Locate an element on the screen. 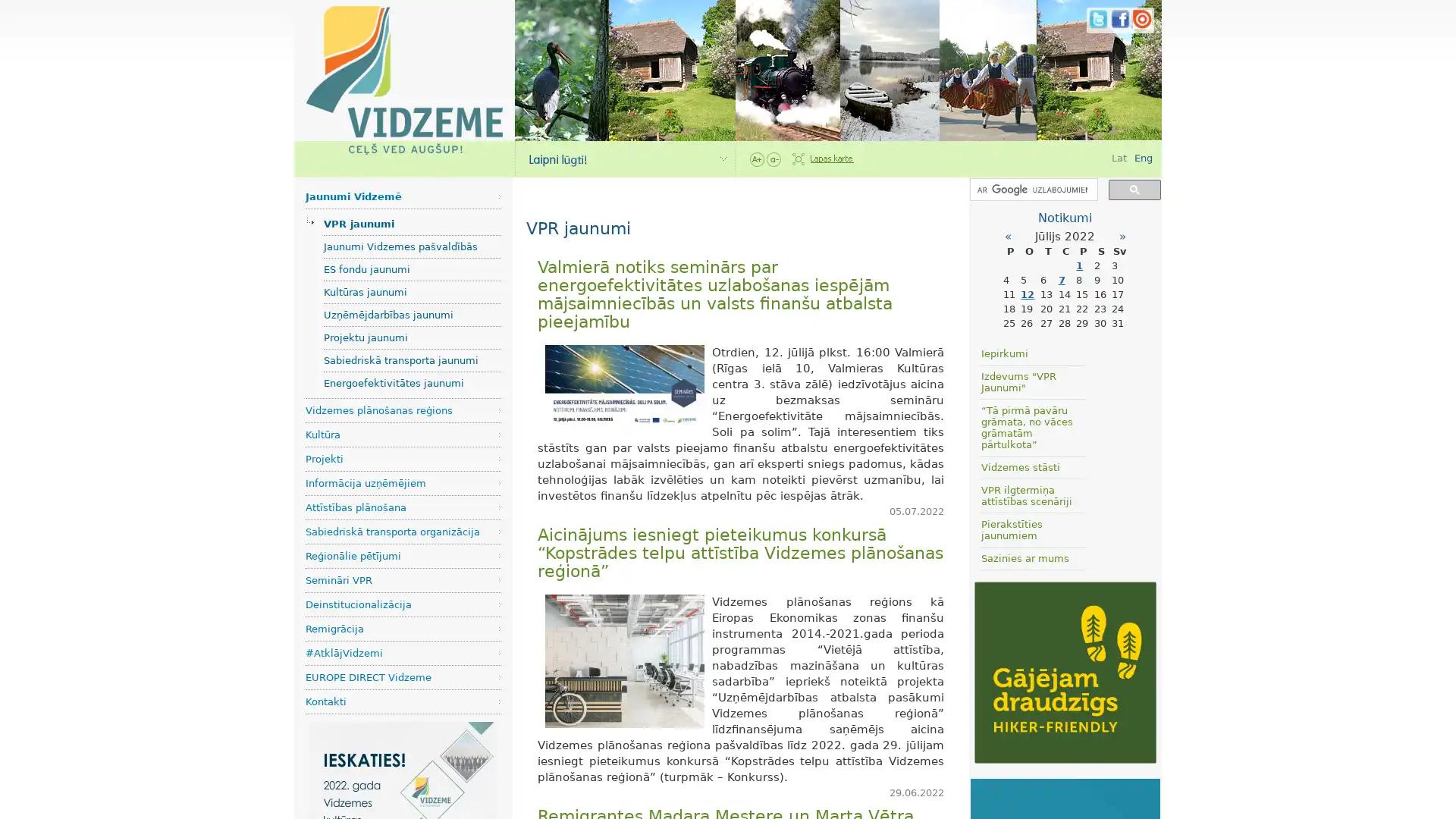  meklet is located at coordinates (1134, 188).